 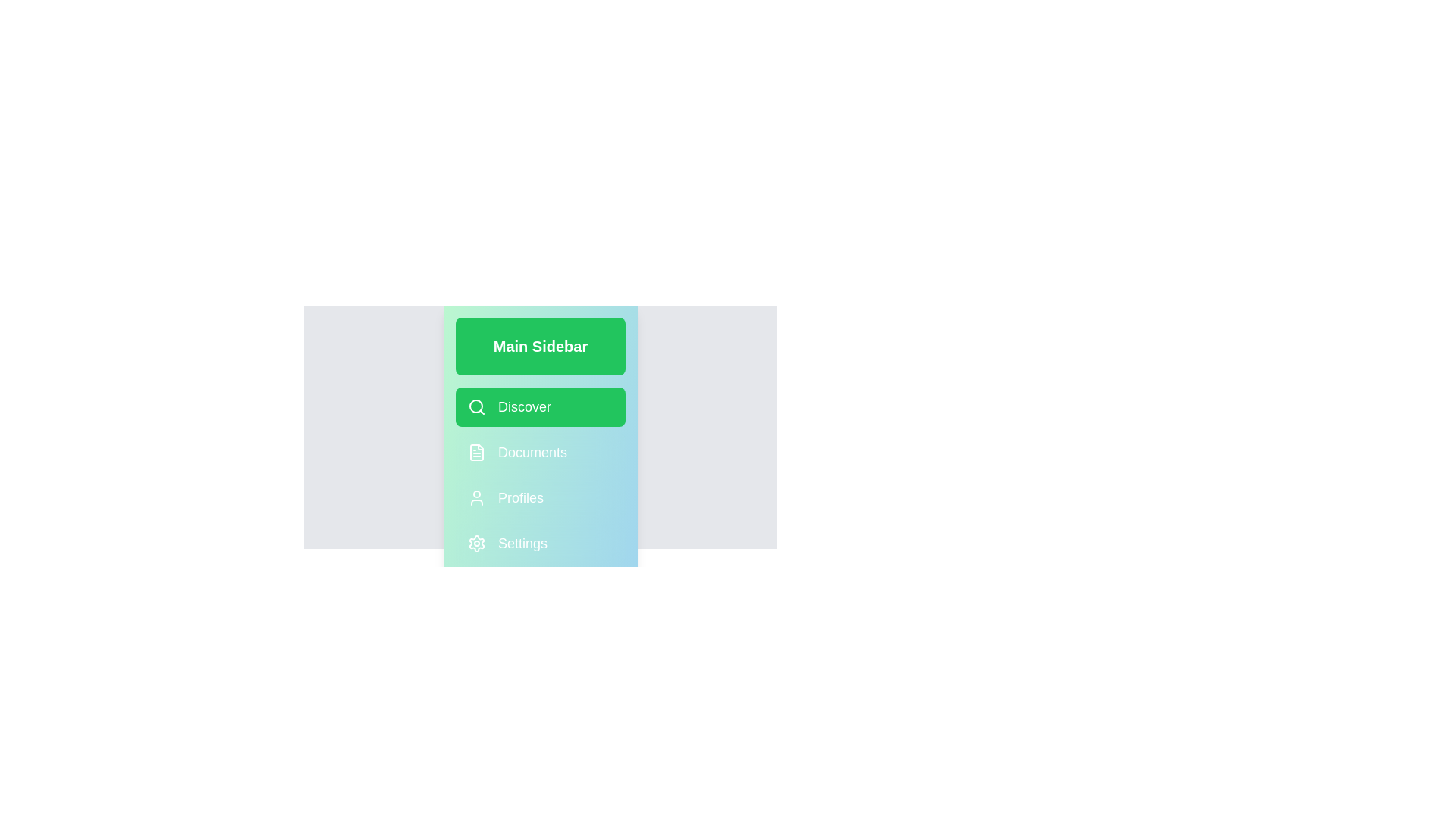 I want to click on the 'Documents' button in the sidebar menu, so click(x=541, y=452).